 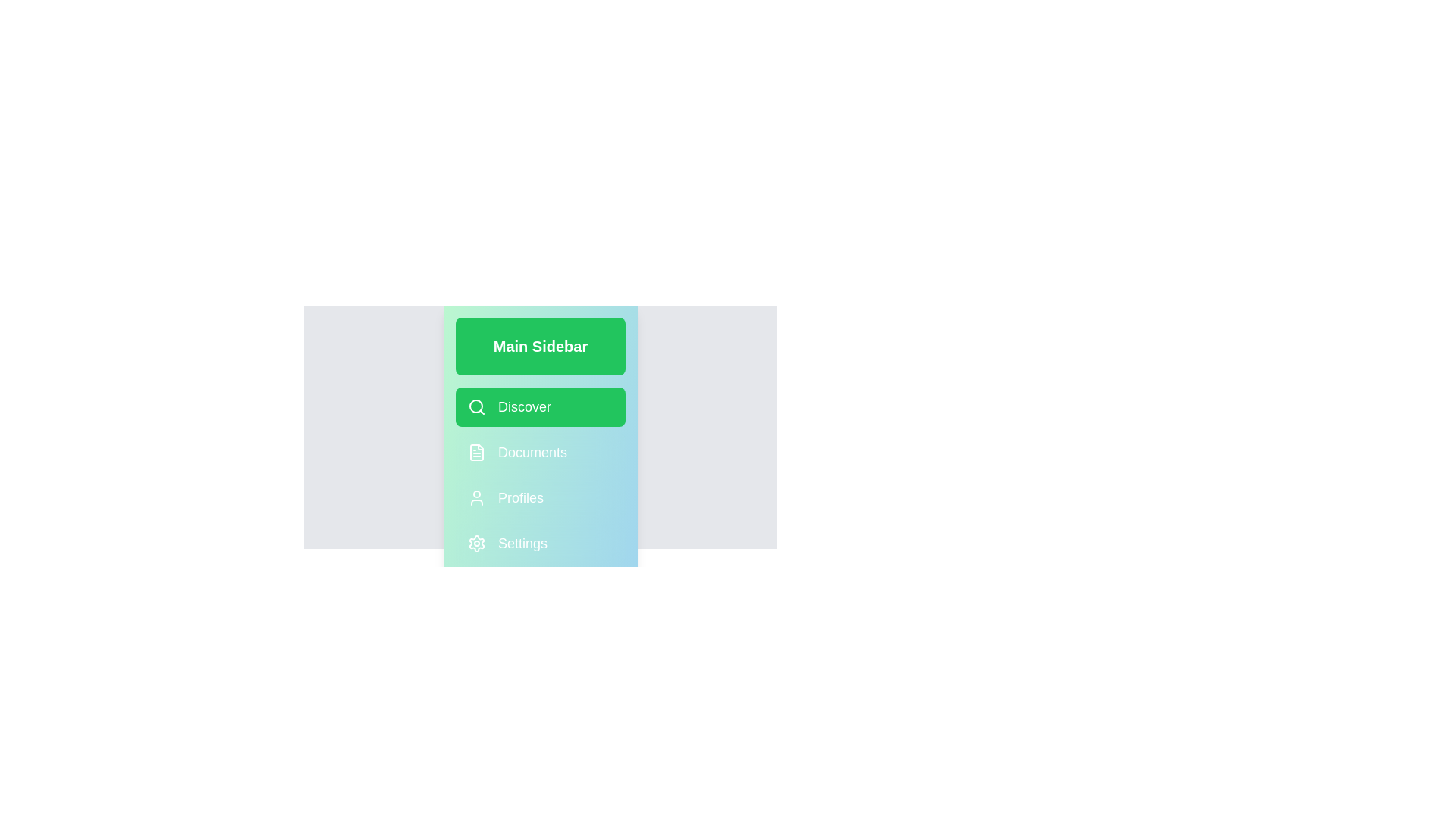 I want to click on the 'Documents' button in the sidebar menu, so click(x=541, y=452).